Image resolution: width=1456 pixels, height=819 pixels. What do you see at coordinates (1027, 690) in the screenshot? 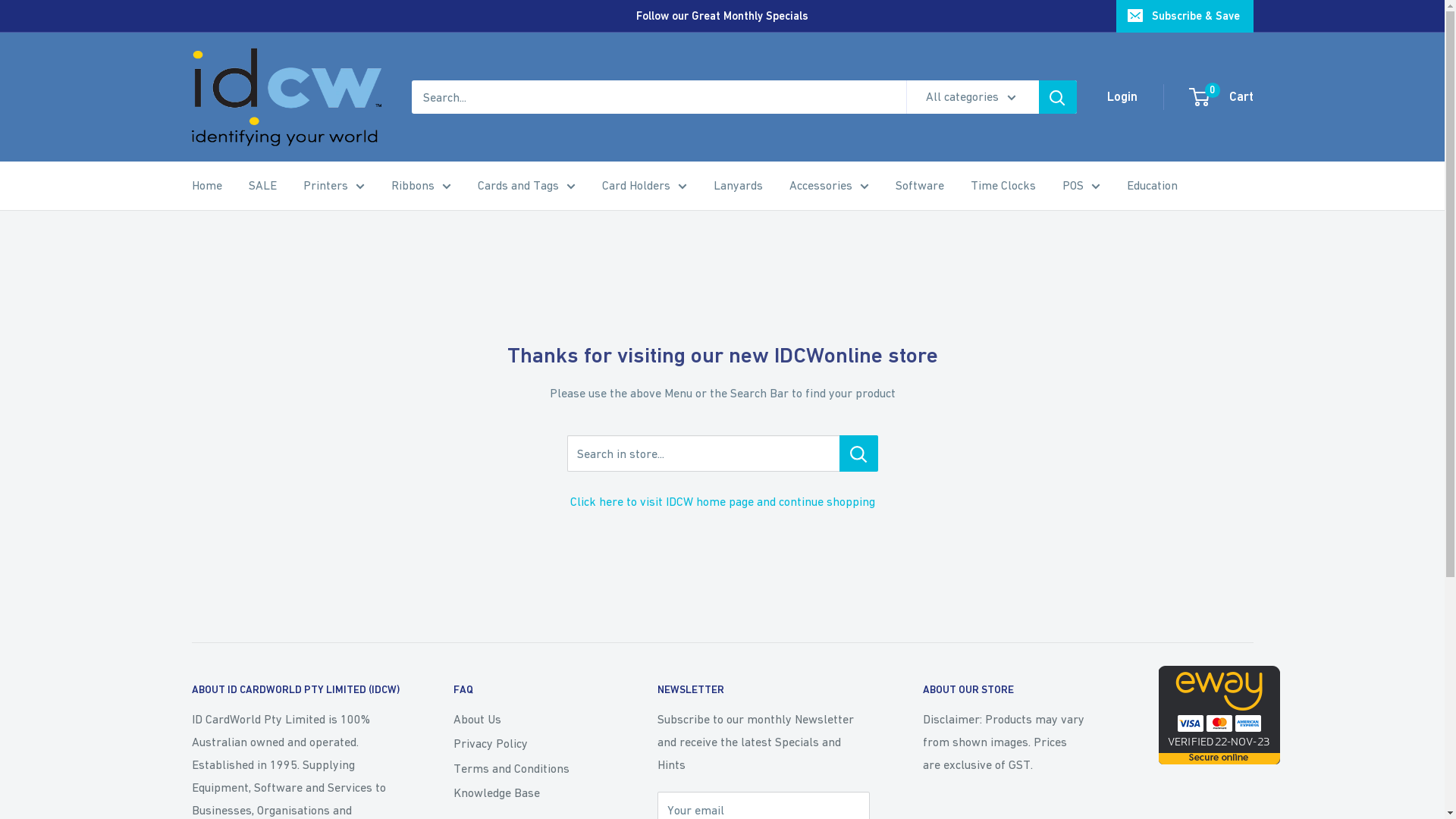
I see `'ABOUT OUR STORE'` at bounding box center [1027, 690].